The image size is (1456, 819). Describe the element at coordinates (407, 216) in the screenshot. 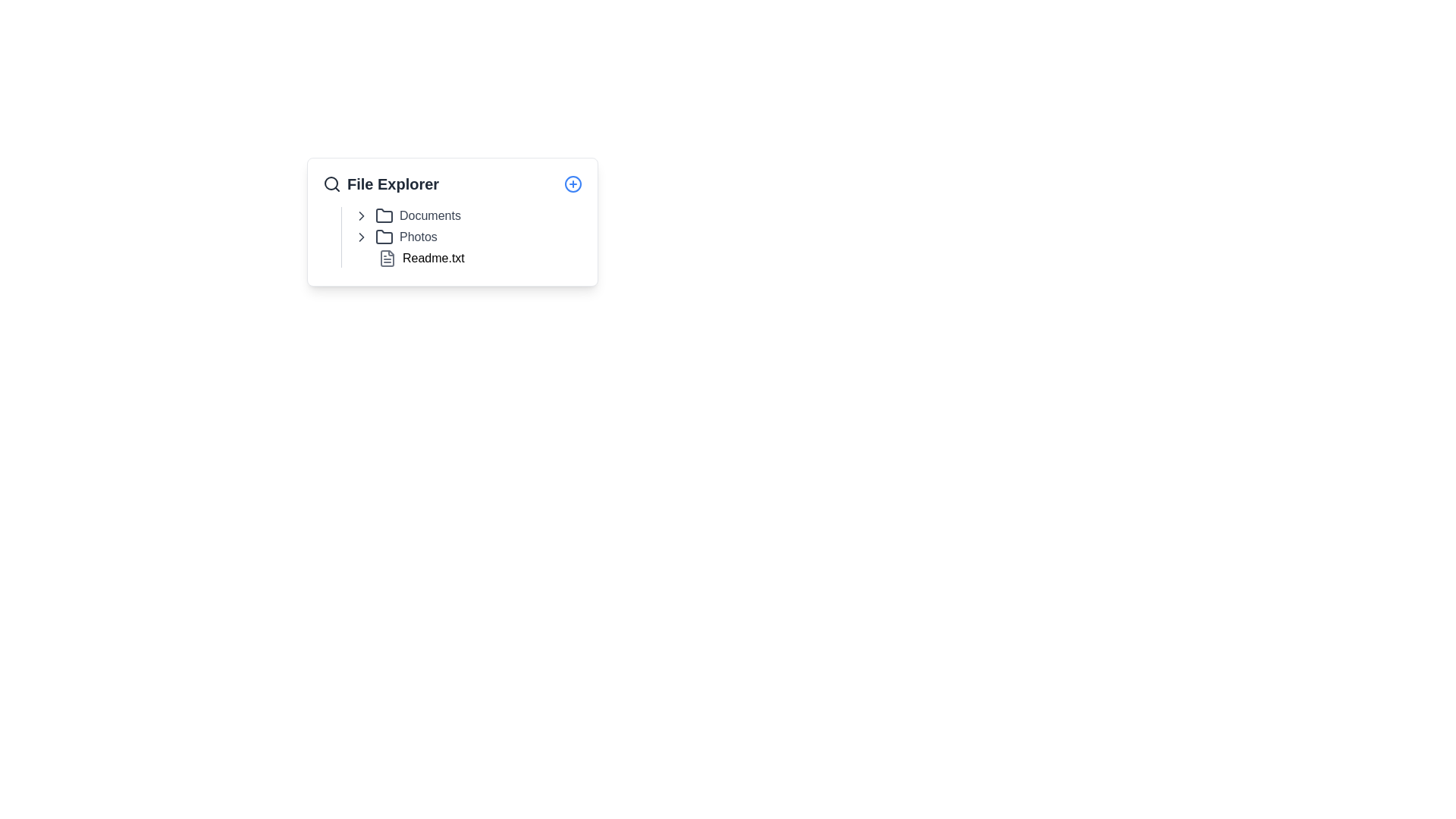

I see `the 'Documents' folder item in the File Explorer list to change its text color from gray to blue, indicating interactivity` at that location.